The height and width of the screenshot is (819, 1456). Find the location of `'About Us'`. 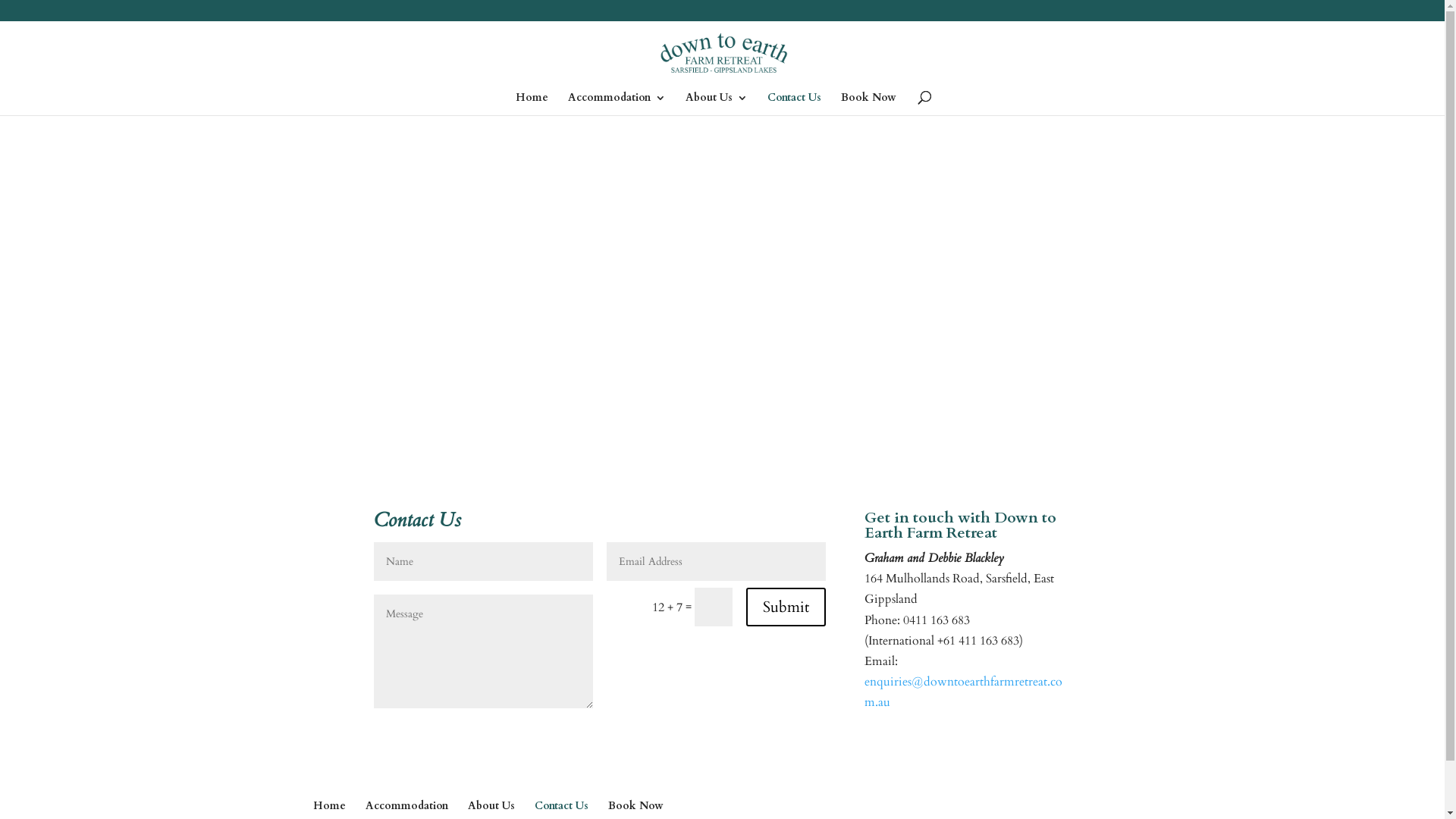

'About Us' is located at coordinates (491, 805).